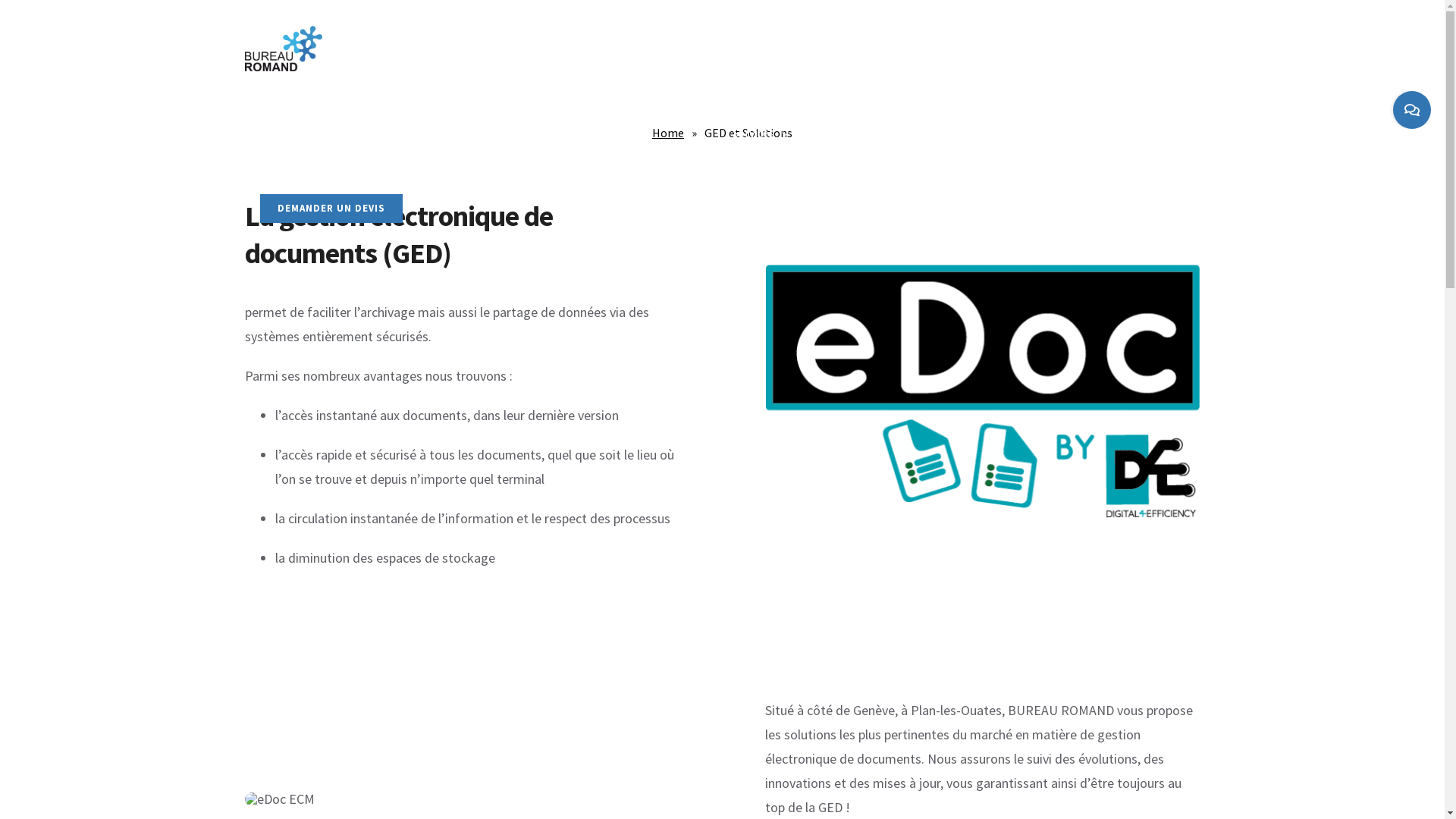 The image size is (1456, 819). I want to click on 'Home', so click(667, 131).